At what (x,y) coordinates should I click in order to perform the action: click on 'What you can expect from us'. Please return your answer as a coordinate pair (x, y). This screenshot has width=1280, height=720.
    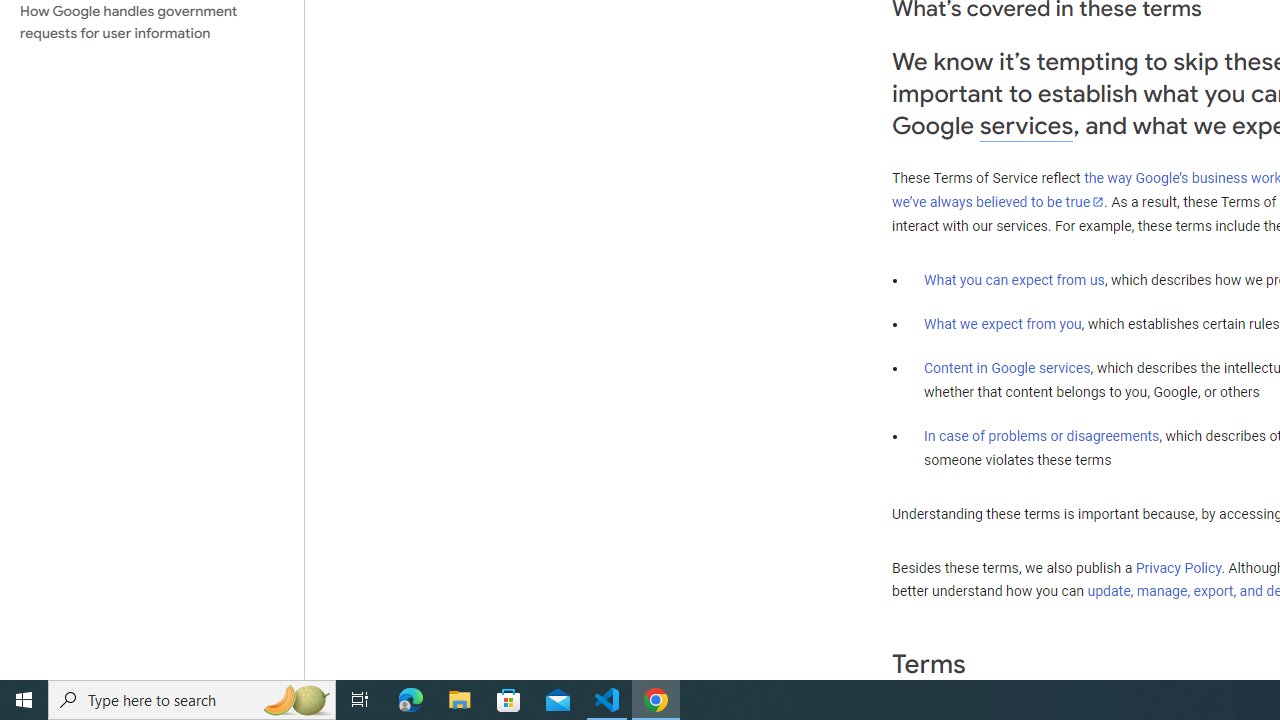
    Looking at the image, I should click on (1014, 279).